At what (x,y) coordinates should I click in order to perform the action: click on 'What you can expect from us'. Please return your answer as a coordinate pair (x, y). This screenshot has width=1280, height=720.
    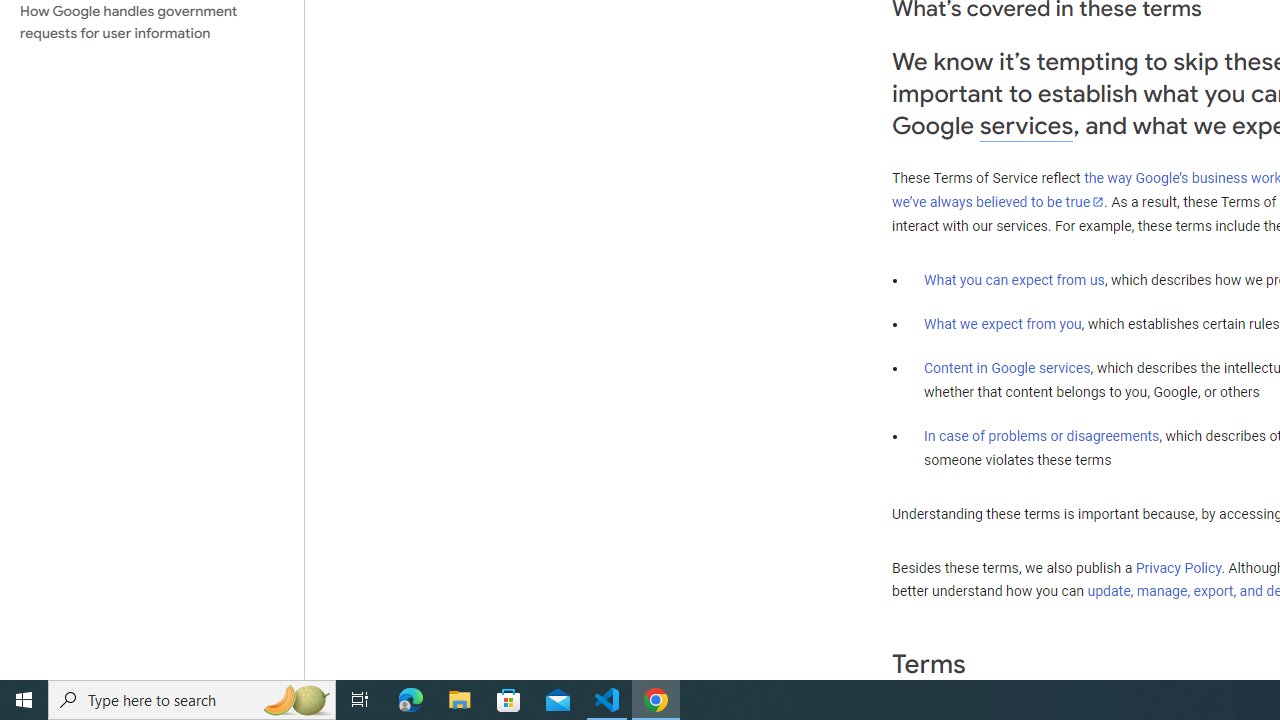
    Looking at the image, I should click on (1014, 279).